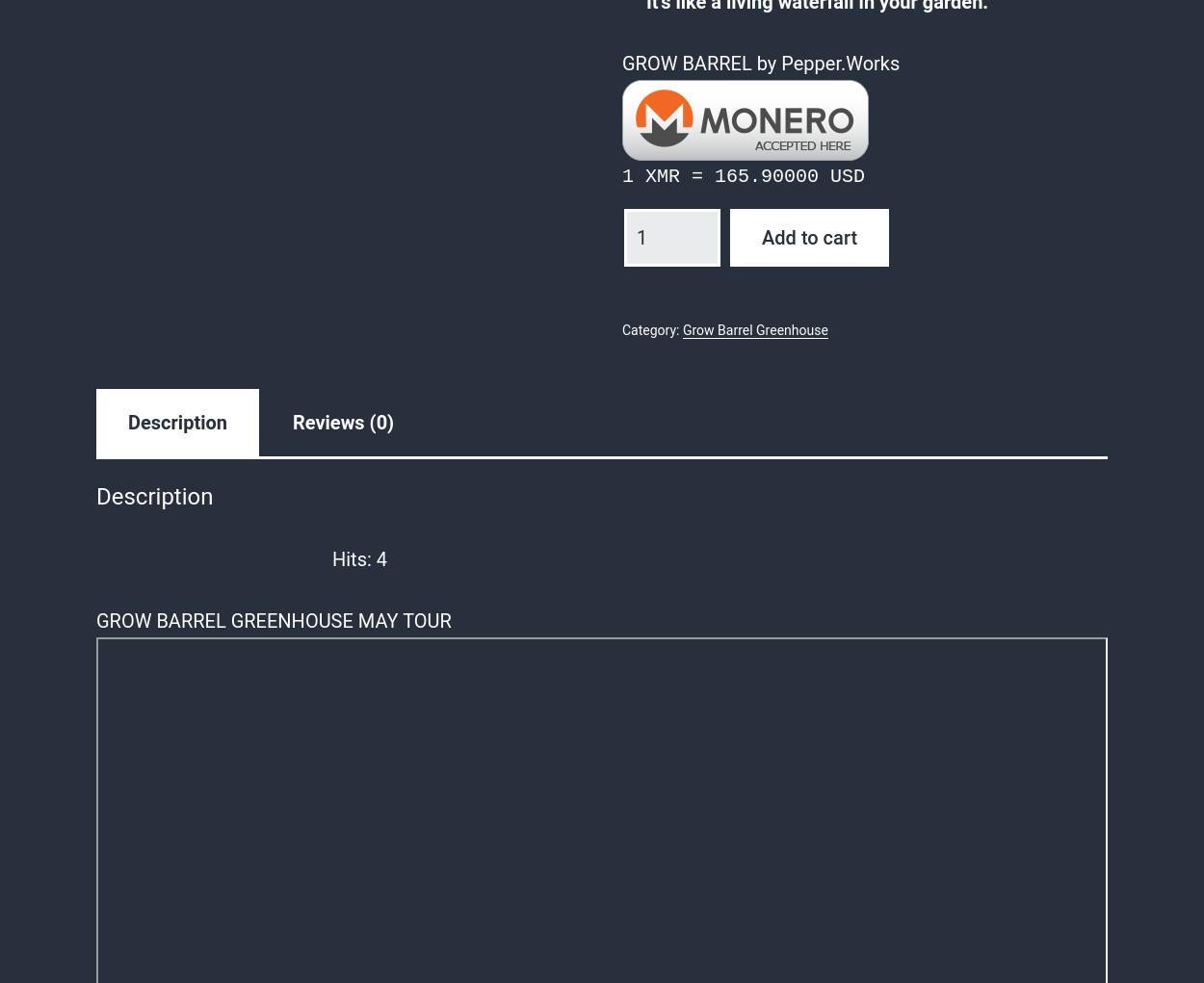 The height and width of the screenshot is (983, 1204). What do you see at coordinates (342, 423) in the screenshot?
I see `'Reviews (0)'` at bounding box center [342, 423].